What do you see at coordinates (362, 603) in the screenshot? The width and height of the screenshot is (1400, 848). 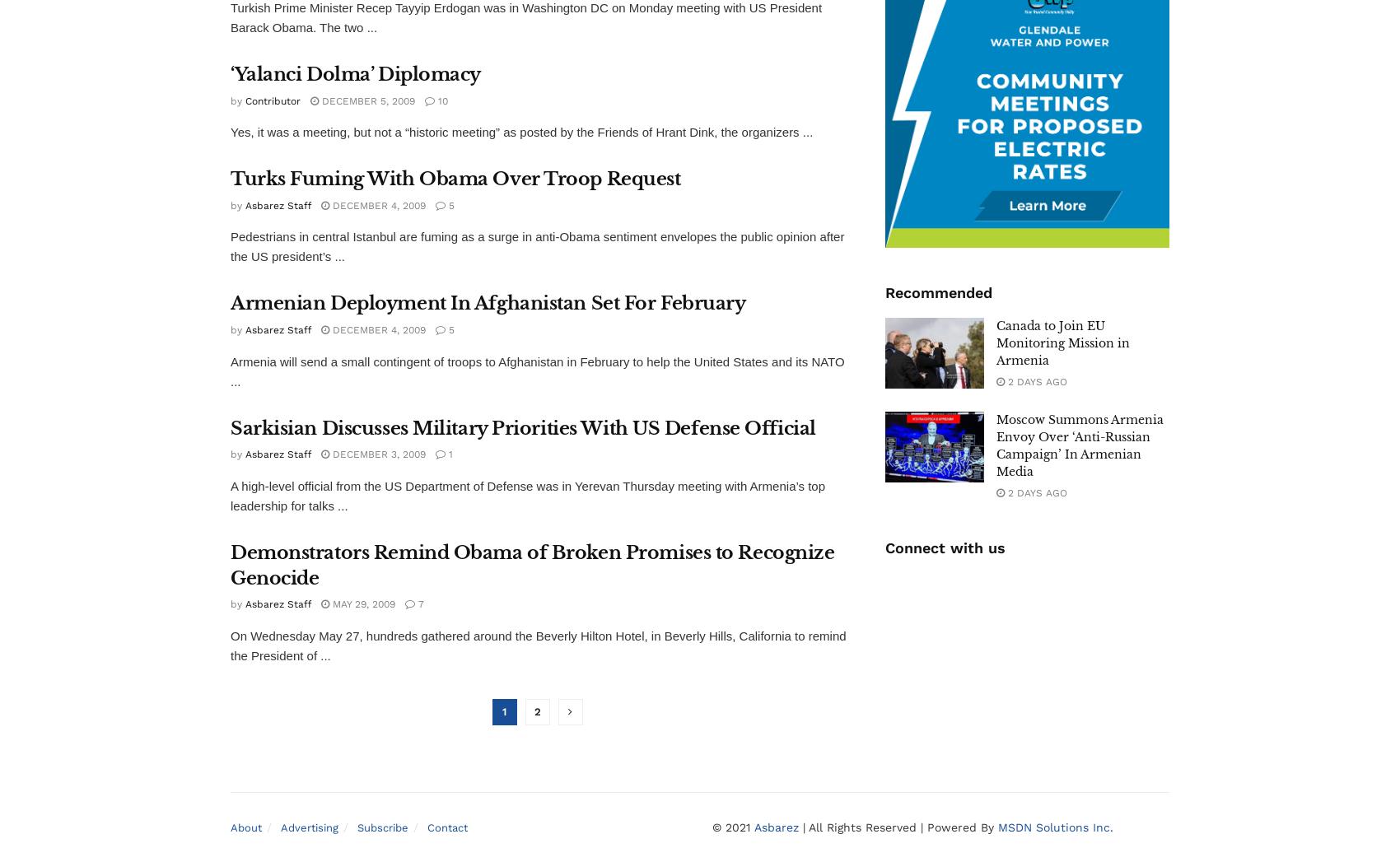 I see `'May 29, 2009'` at bounding box center [362, 603].